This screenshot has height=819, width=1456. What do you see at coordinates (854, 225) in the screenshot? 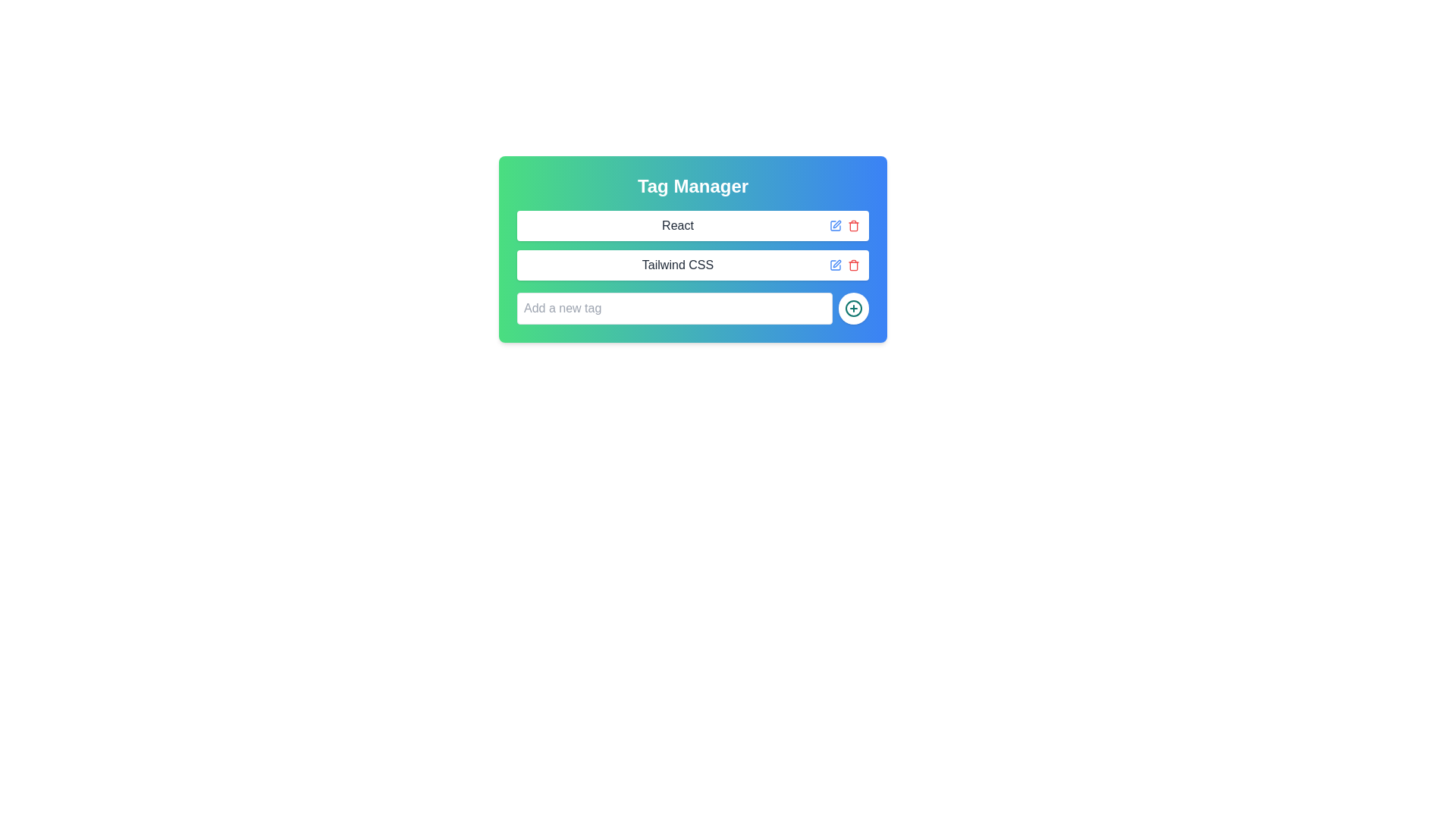
I see `the red trash can icon` at bounding box center [854, 225].